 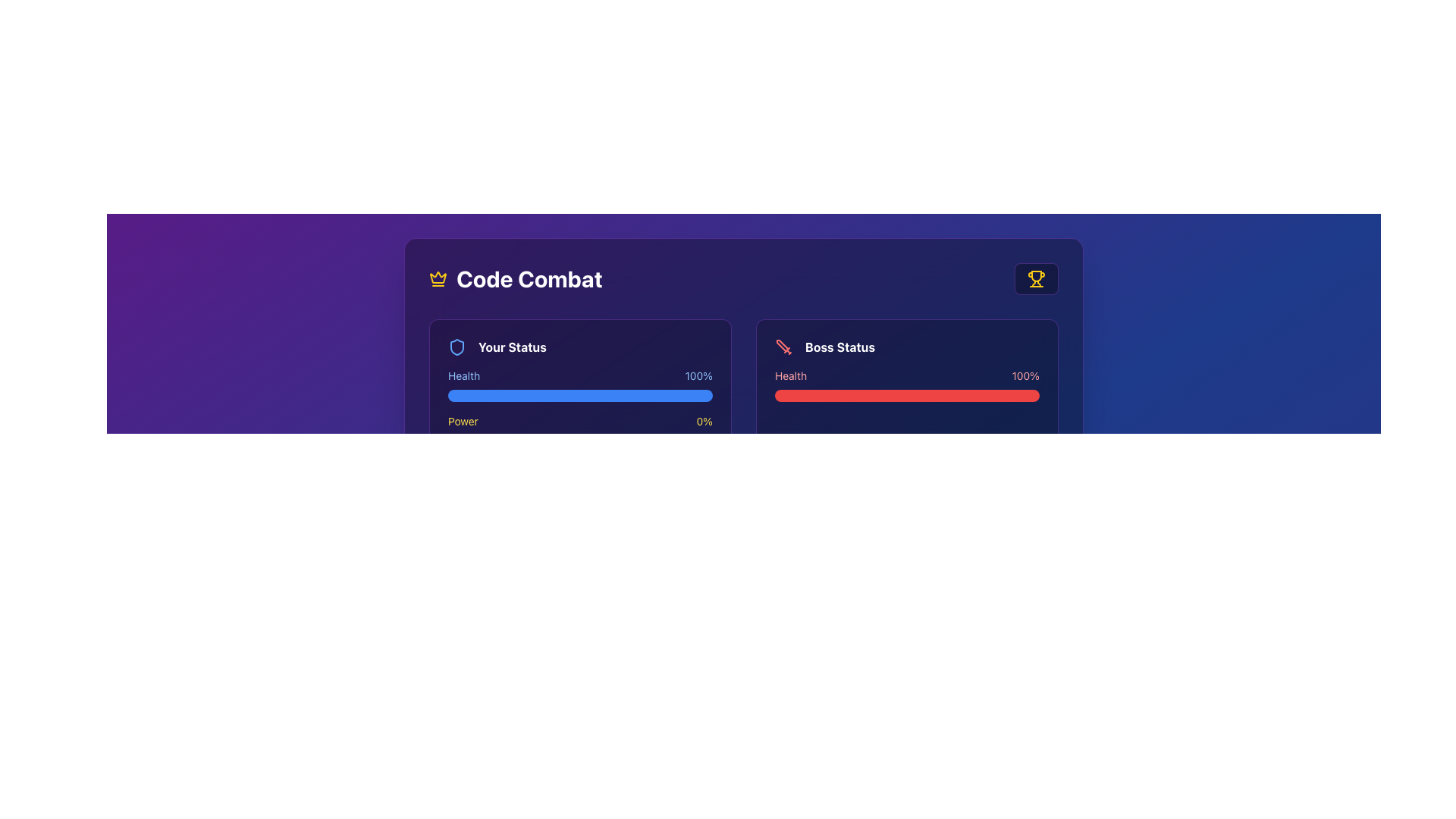 I want to click on the 'Health' label displaying '100%' in red hue, located within the 'Boss Status' section, so click(x=907, y=375).